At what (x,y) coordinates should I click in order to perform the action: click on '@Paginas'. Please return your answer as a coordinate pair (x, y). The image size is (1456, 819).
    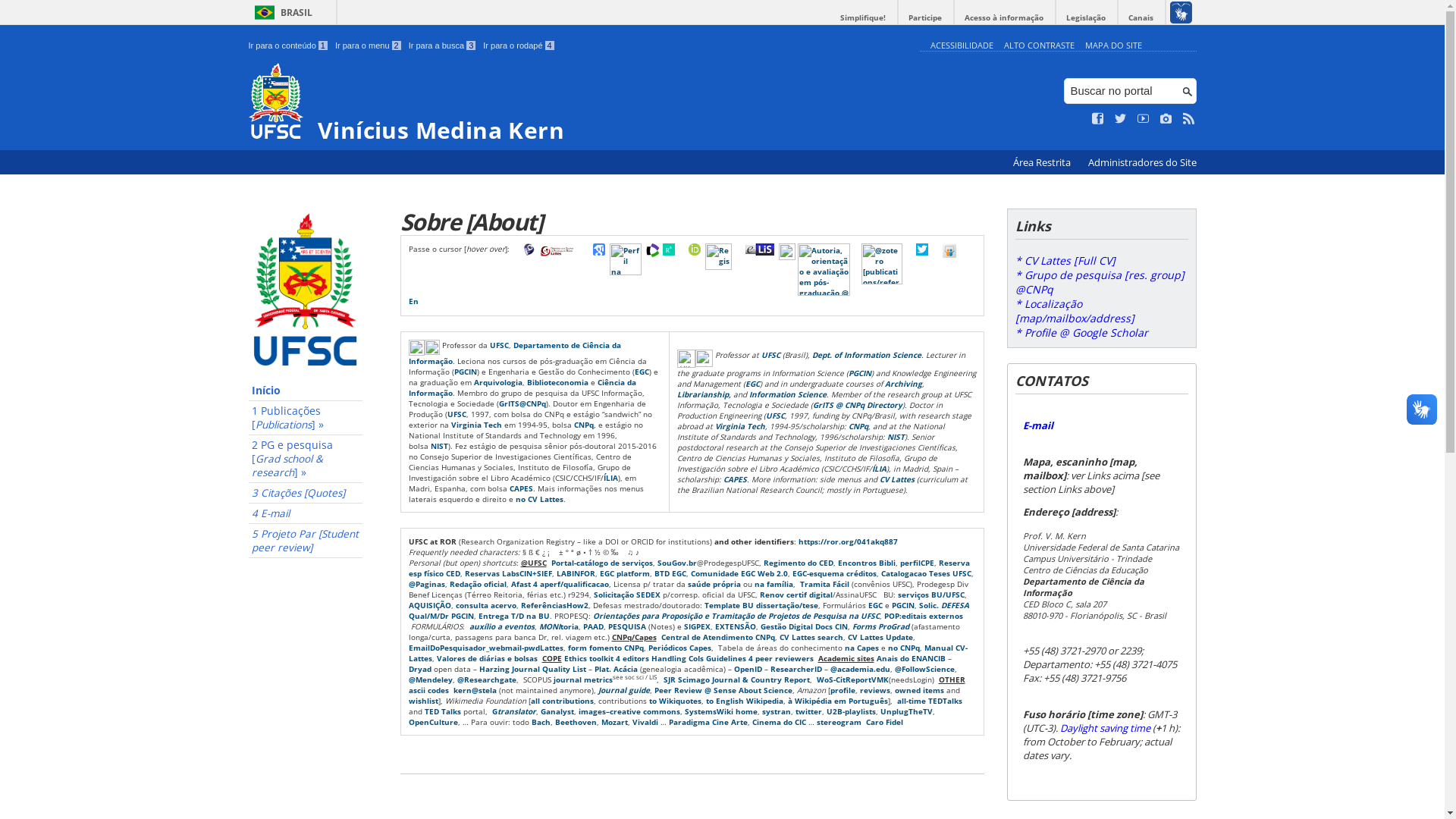
    Looking at the image, I should click on (425, 583).